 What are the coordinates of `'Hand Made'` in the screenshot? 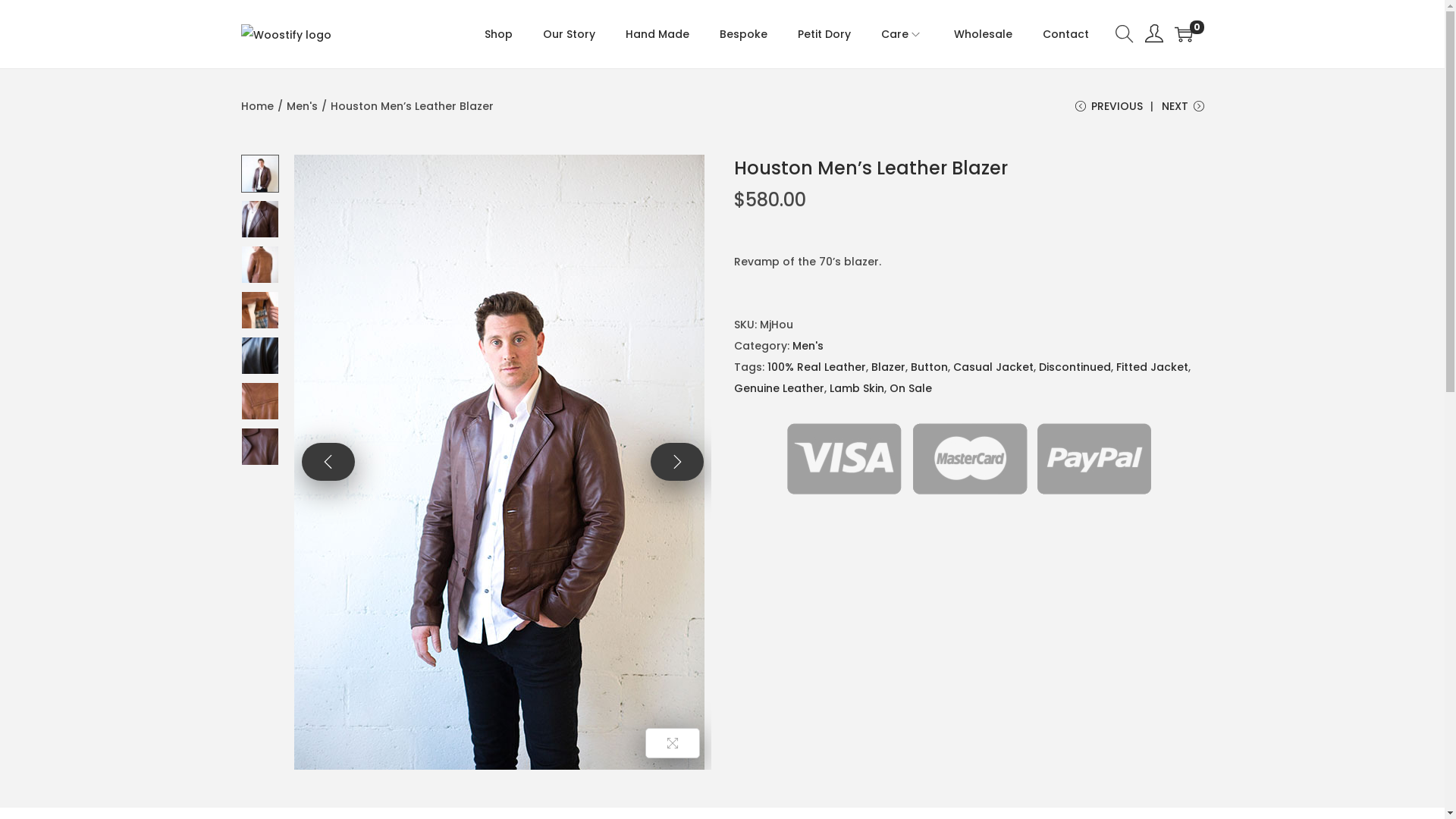 It's located at (656, 34).